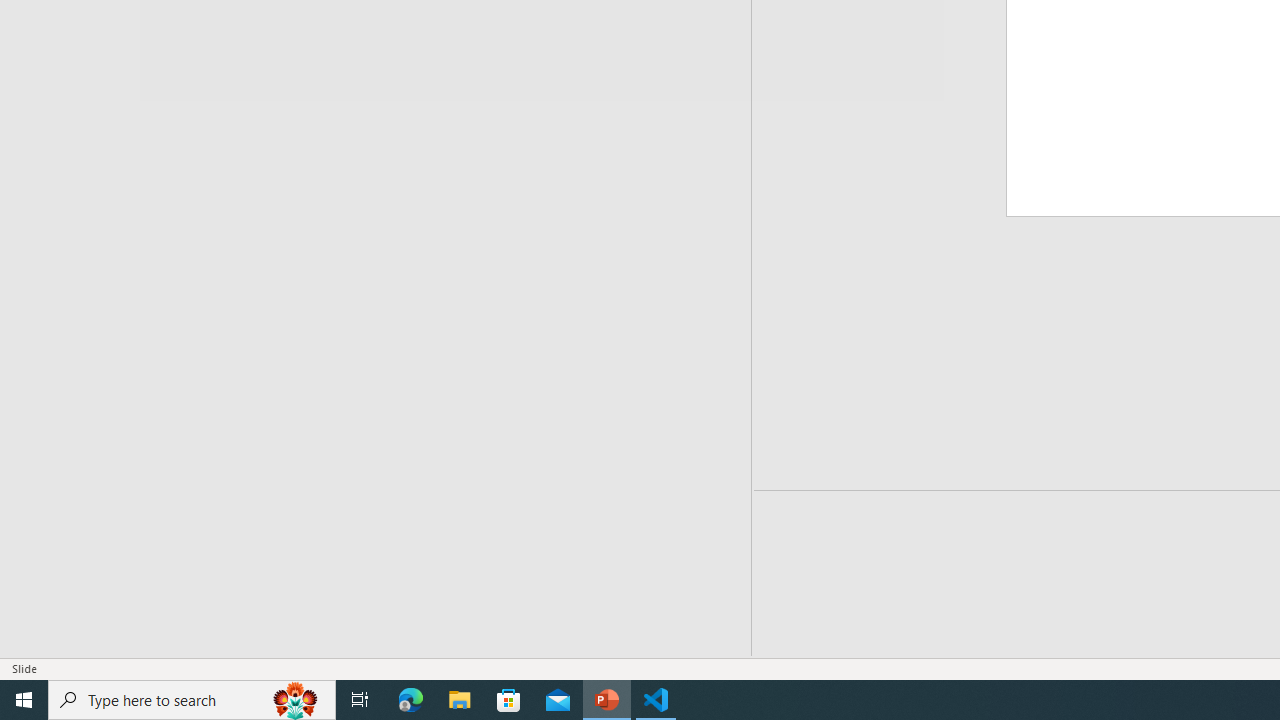 The height and width of the screenshot is (720, 1280). Describe the element at coordinates (656, 698) in the screenshot. I see `'Visual Studio Code - 1 running window'` at that location.